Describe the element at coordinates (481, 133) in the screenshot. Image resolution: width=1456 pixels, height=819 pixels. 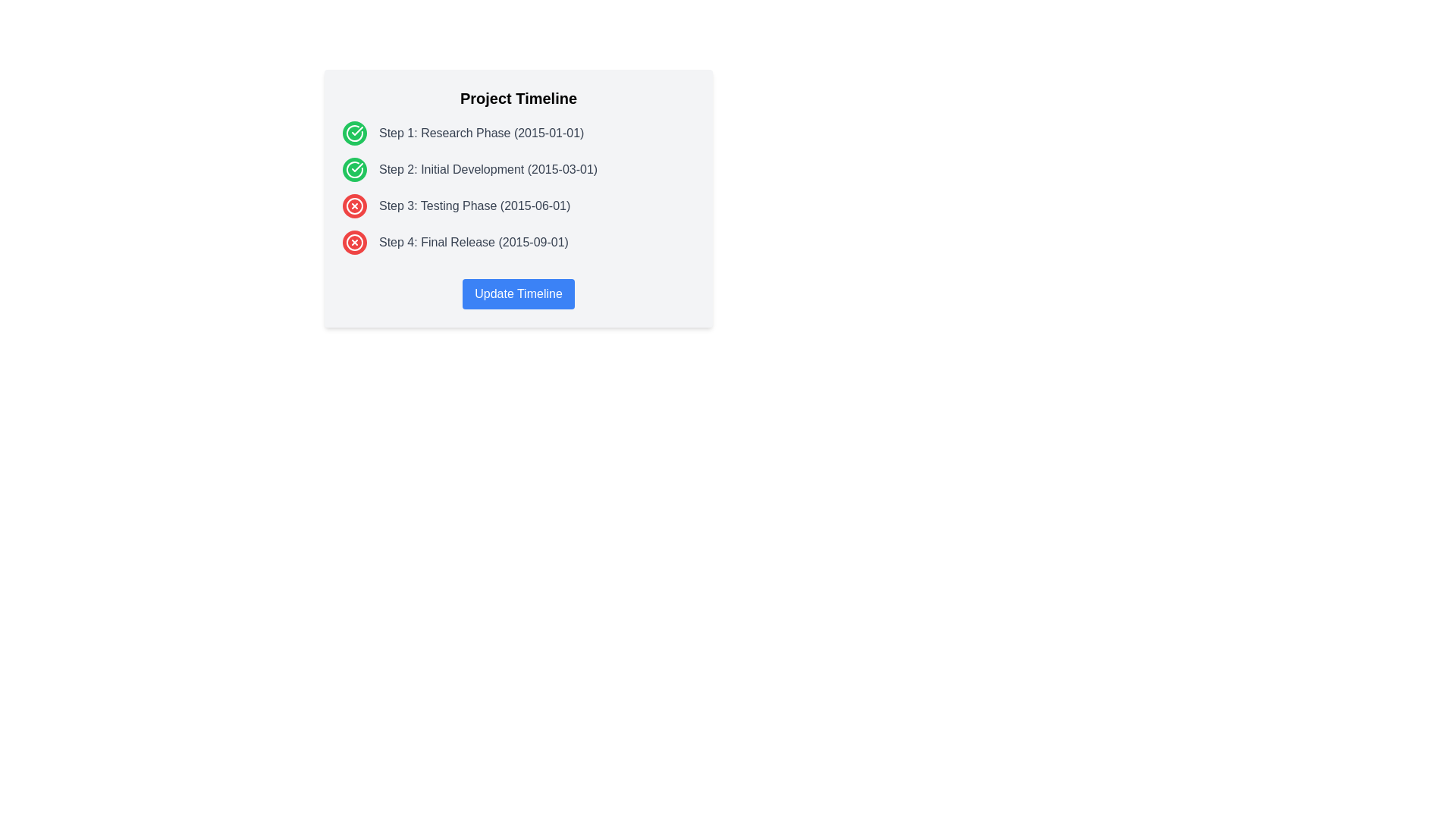
I see `the text element reading 'Step 1: Research Phase (2015-01-01)' which is styled with a gray font and is part of the first entry in the 'Project Timeline'` at that location.